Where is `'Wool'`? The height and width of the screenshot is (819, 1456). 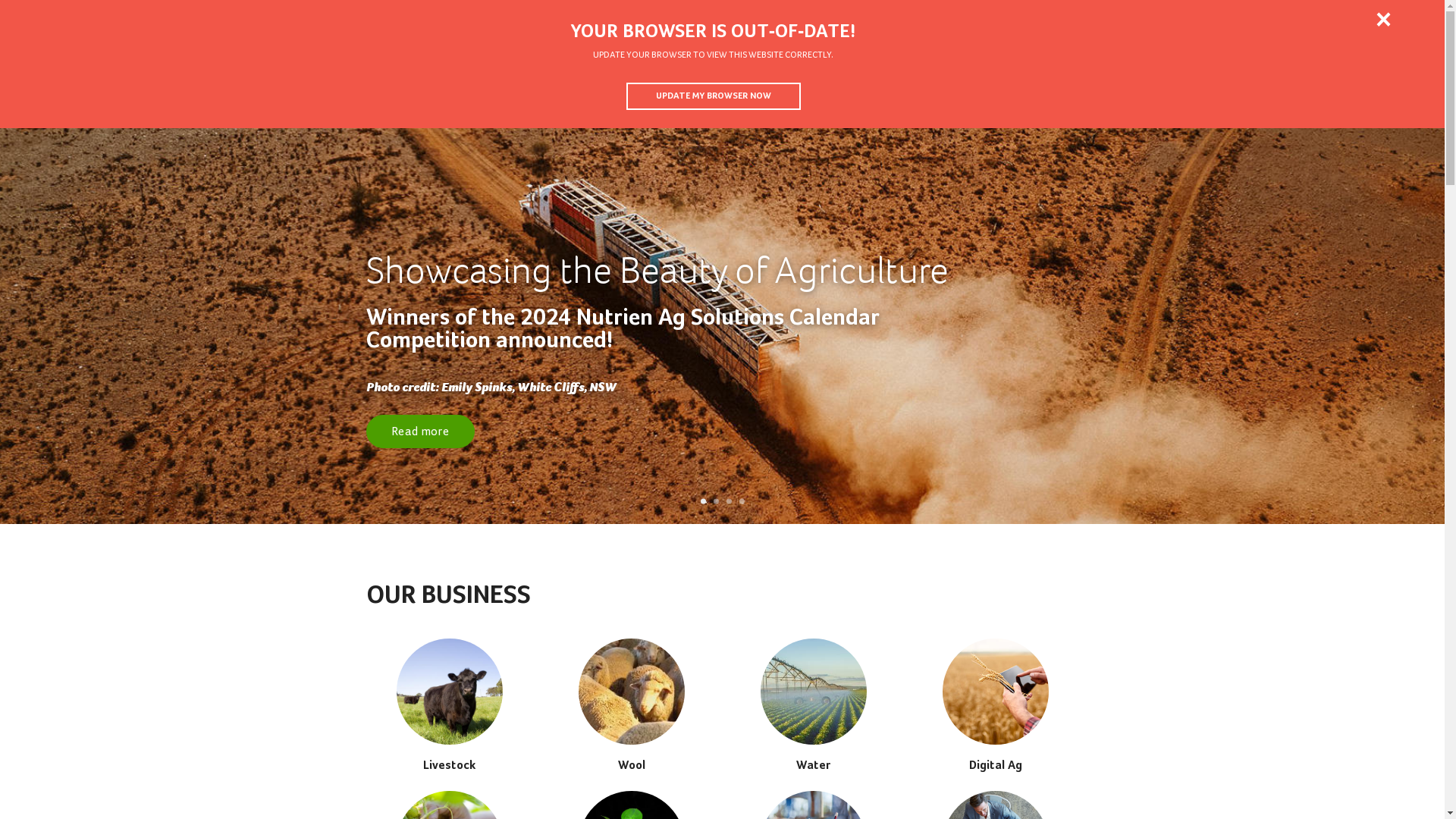 'Wool' is located at coordinates (630, 704).